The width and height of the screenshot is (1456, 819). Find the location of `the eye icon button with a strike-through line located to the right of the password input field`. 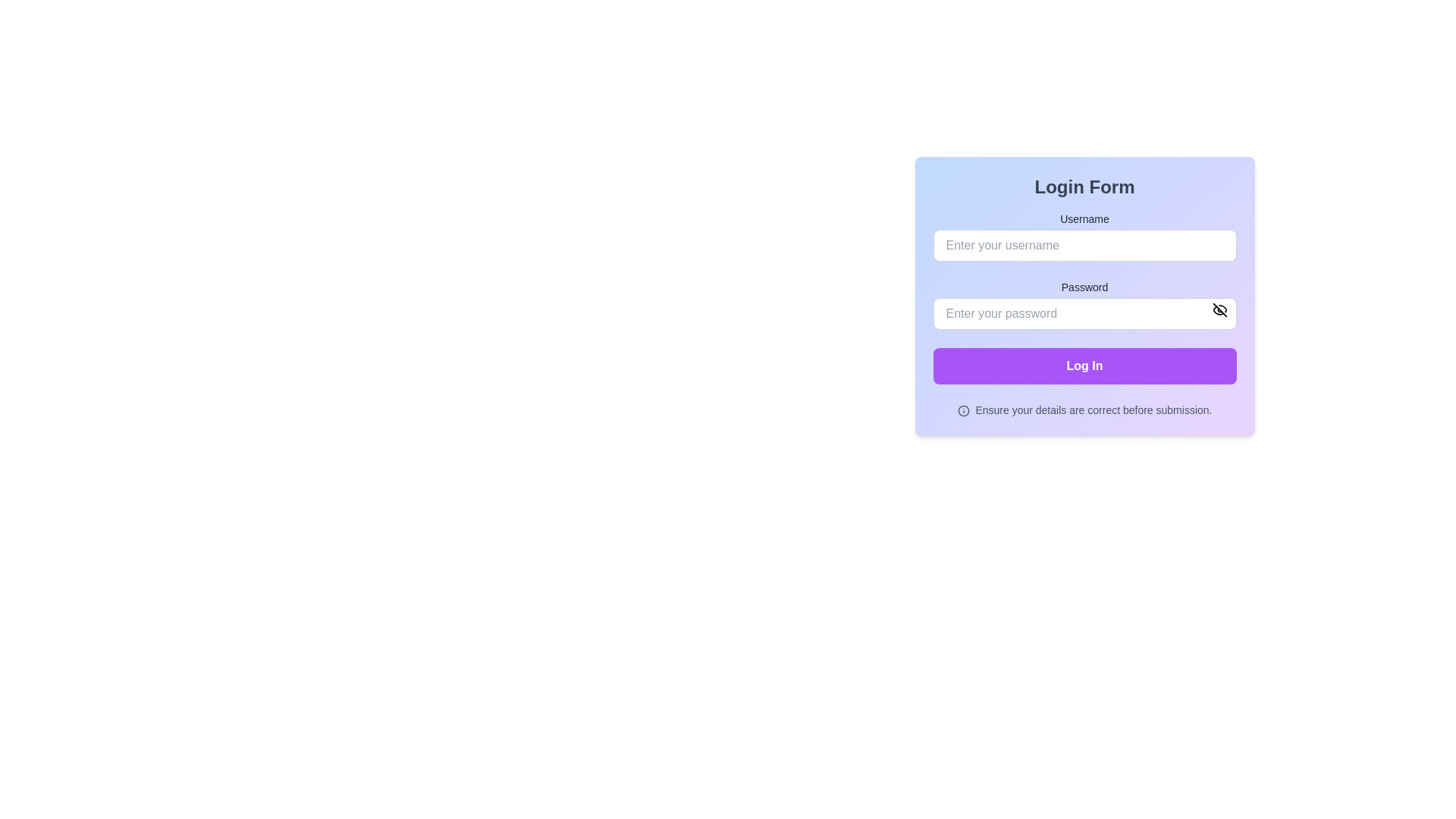

the eye icon button with a strike-through line located to the right of the password input field is located at coordinates (1219, 309).